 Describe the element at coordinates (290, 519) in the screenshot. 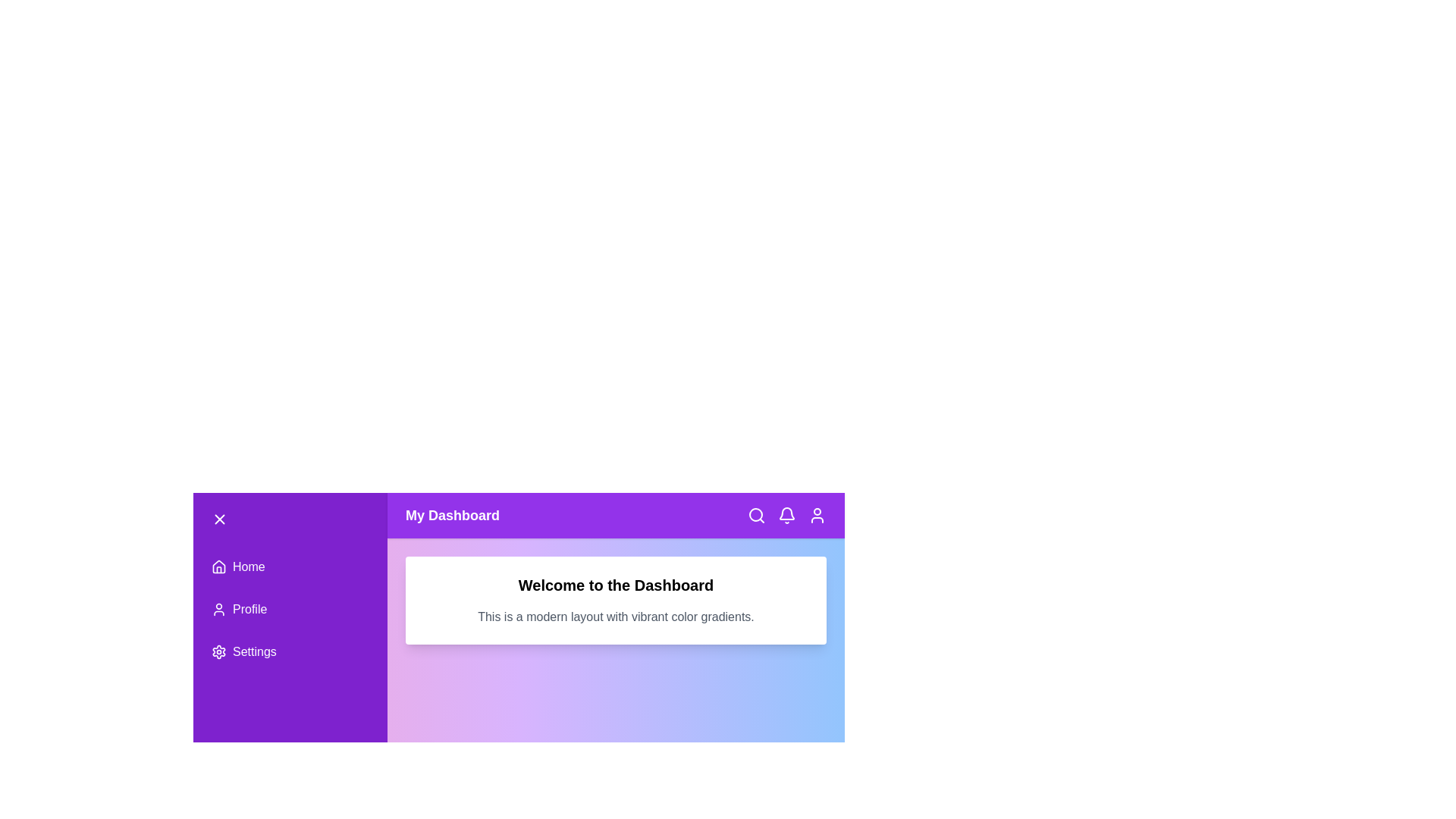

I see `the button to toggle the menu state` at that location.